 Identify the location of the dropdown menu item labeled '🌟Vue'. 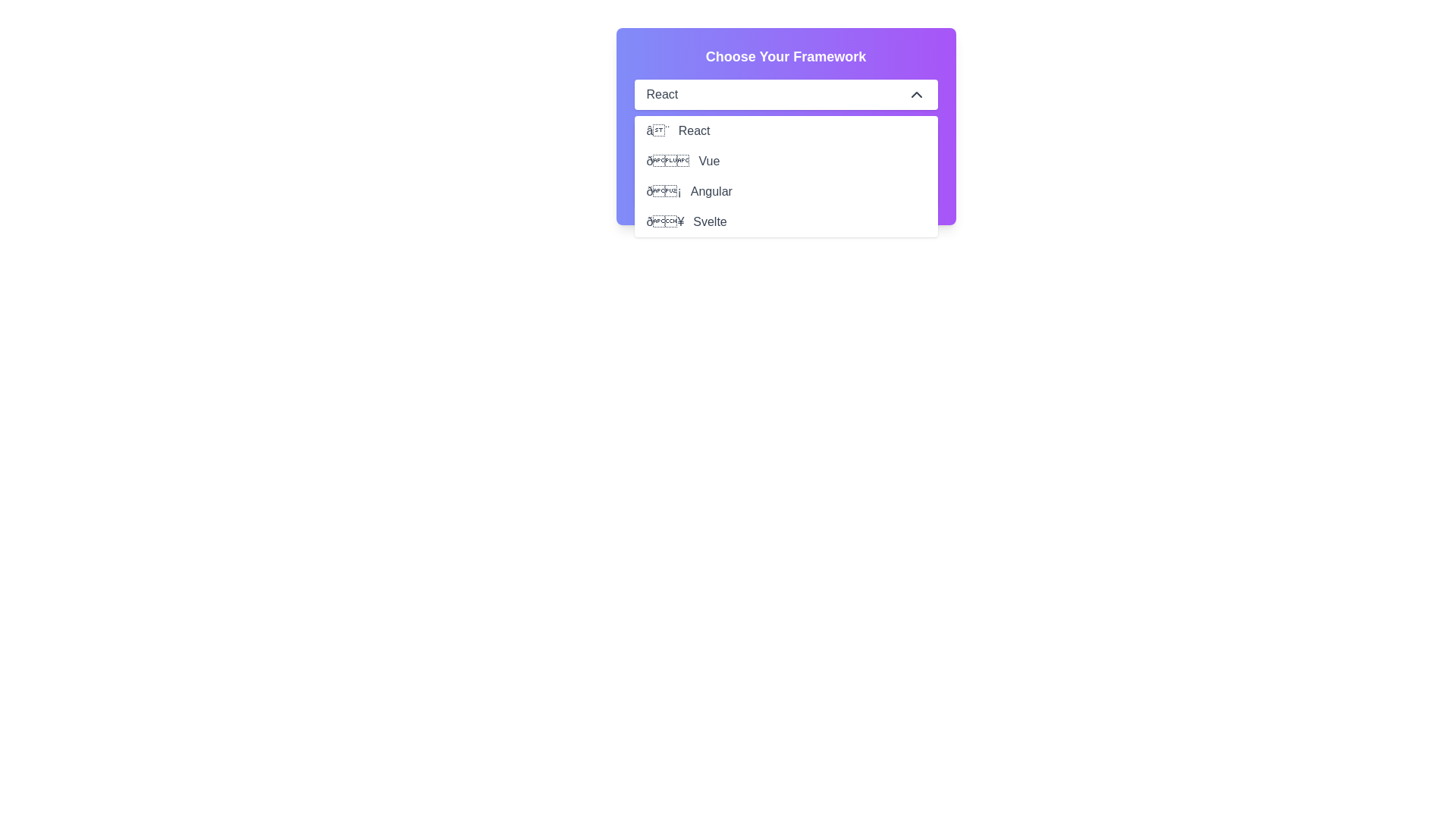
(786, 161).